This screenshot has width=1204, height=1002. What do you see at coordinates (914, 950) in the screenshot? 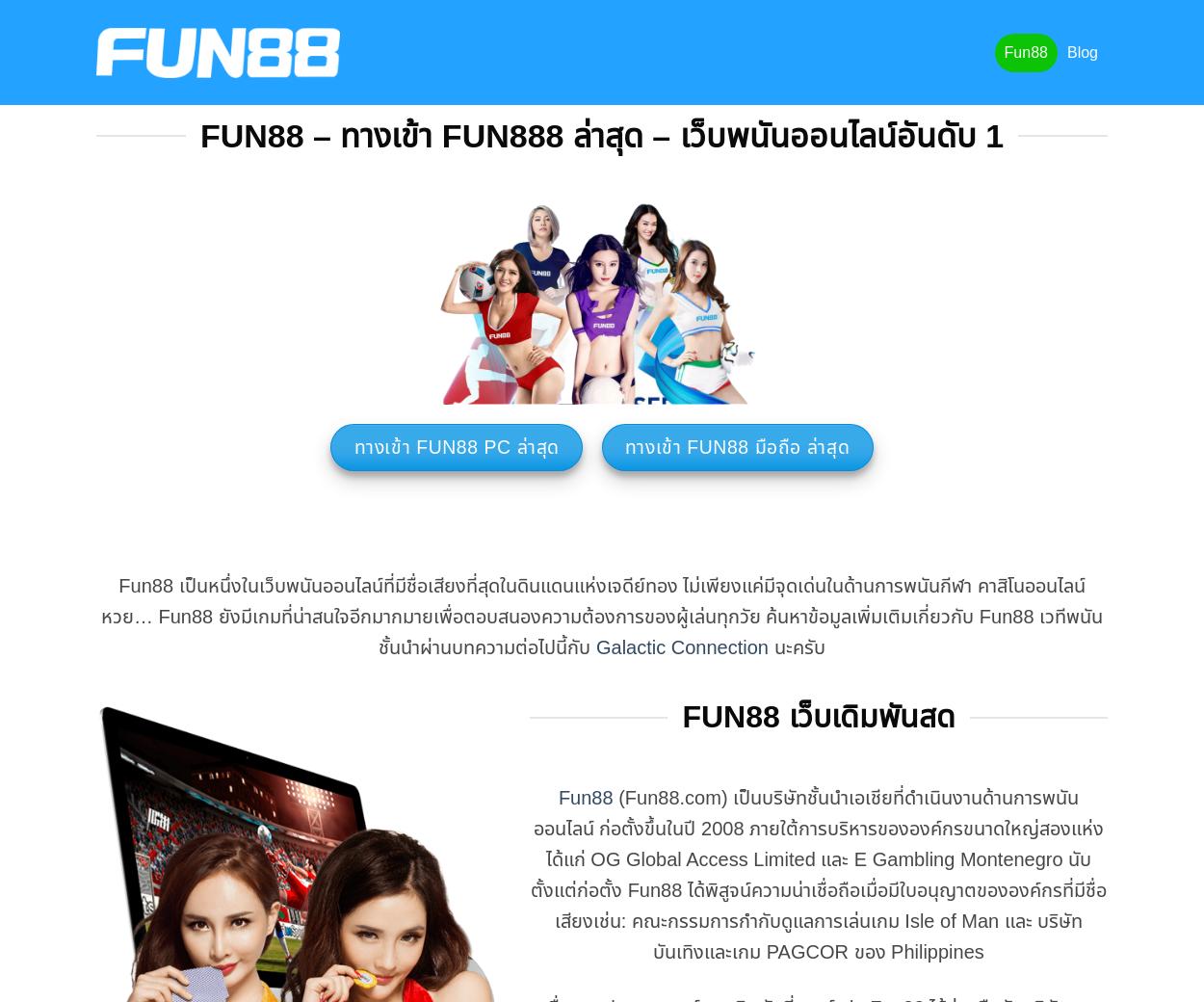
I see `'ของ Philippines'` at bounding box center [914, 950].